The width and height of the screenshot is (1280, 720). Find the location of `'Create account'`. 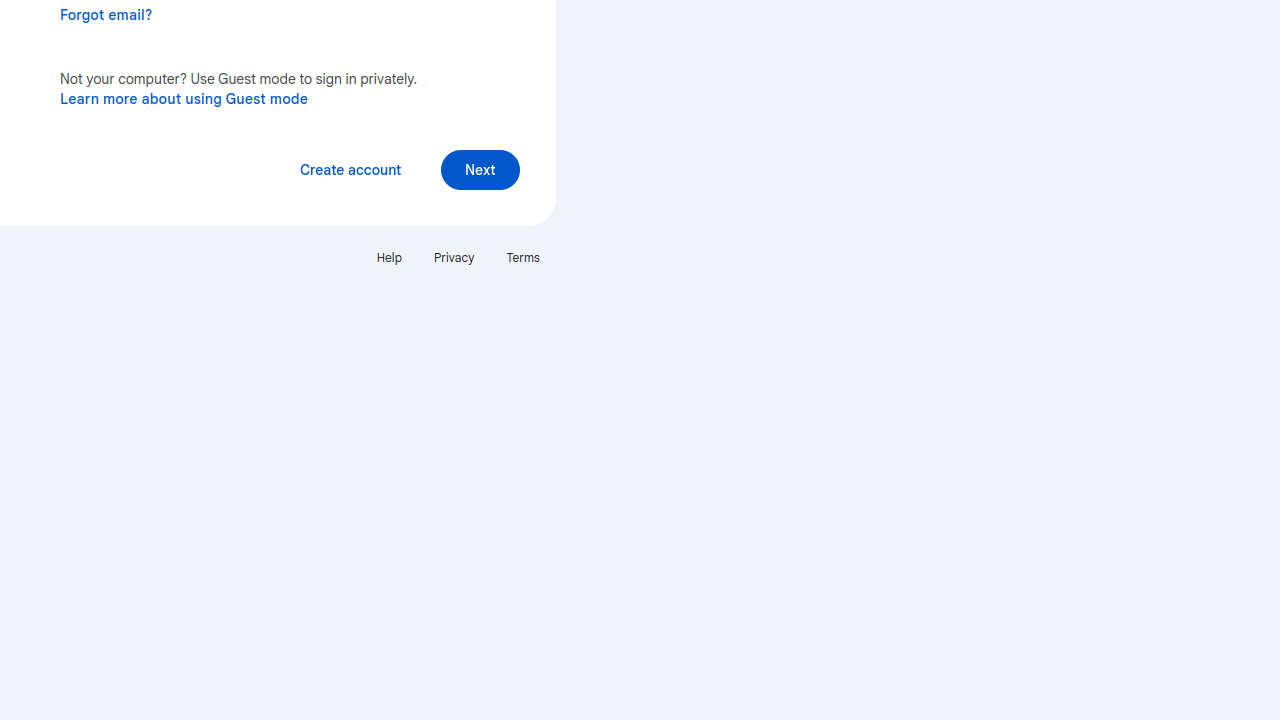

'Create account' is located at coordinates (350, 168).